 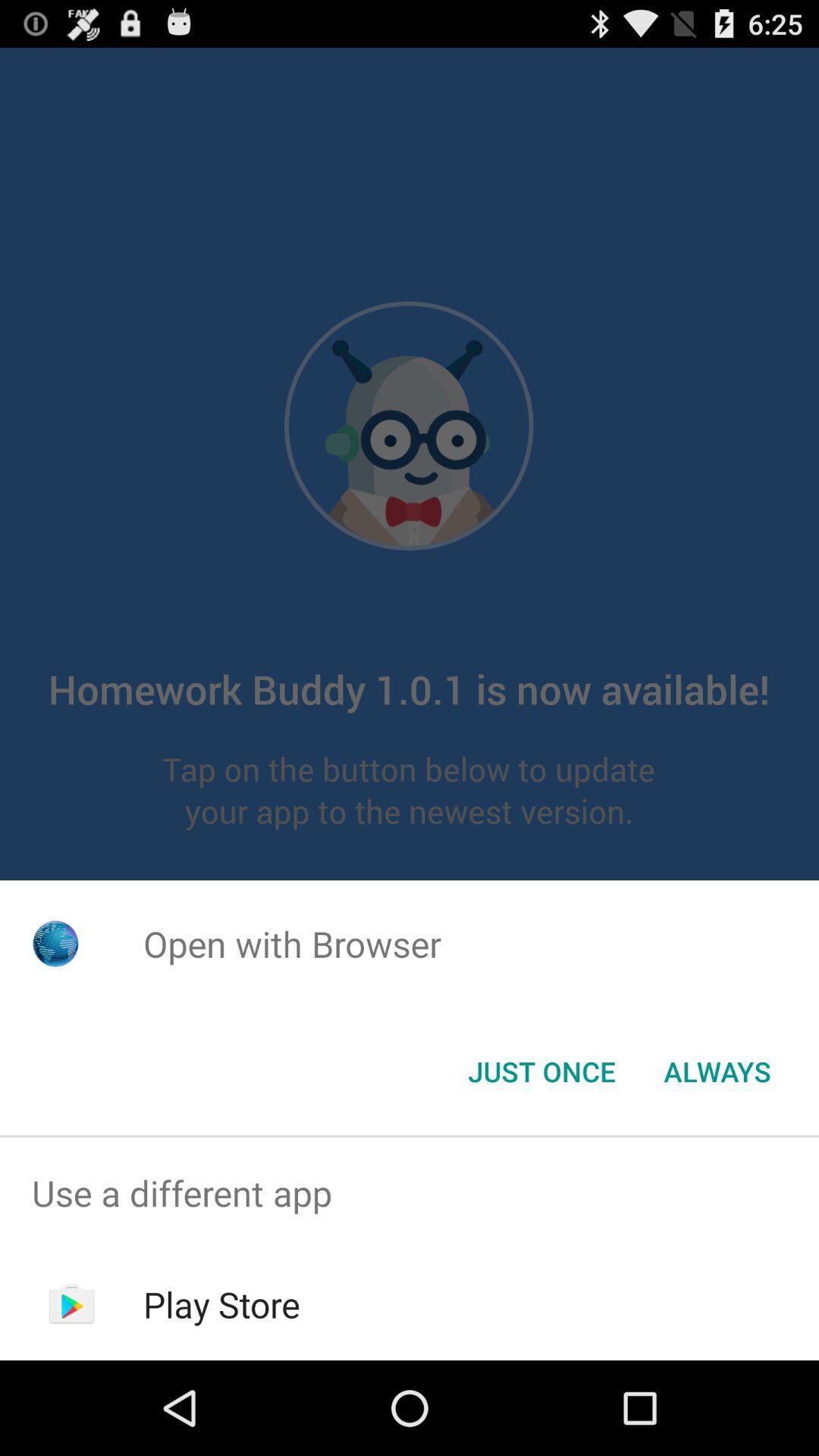 I want to click on the just once item, so click(x=541, y=1070).